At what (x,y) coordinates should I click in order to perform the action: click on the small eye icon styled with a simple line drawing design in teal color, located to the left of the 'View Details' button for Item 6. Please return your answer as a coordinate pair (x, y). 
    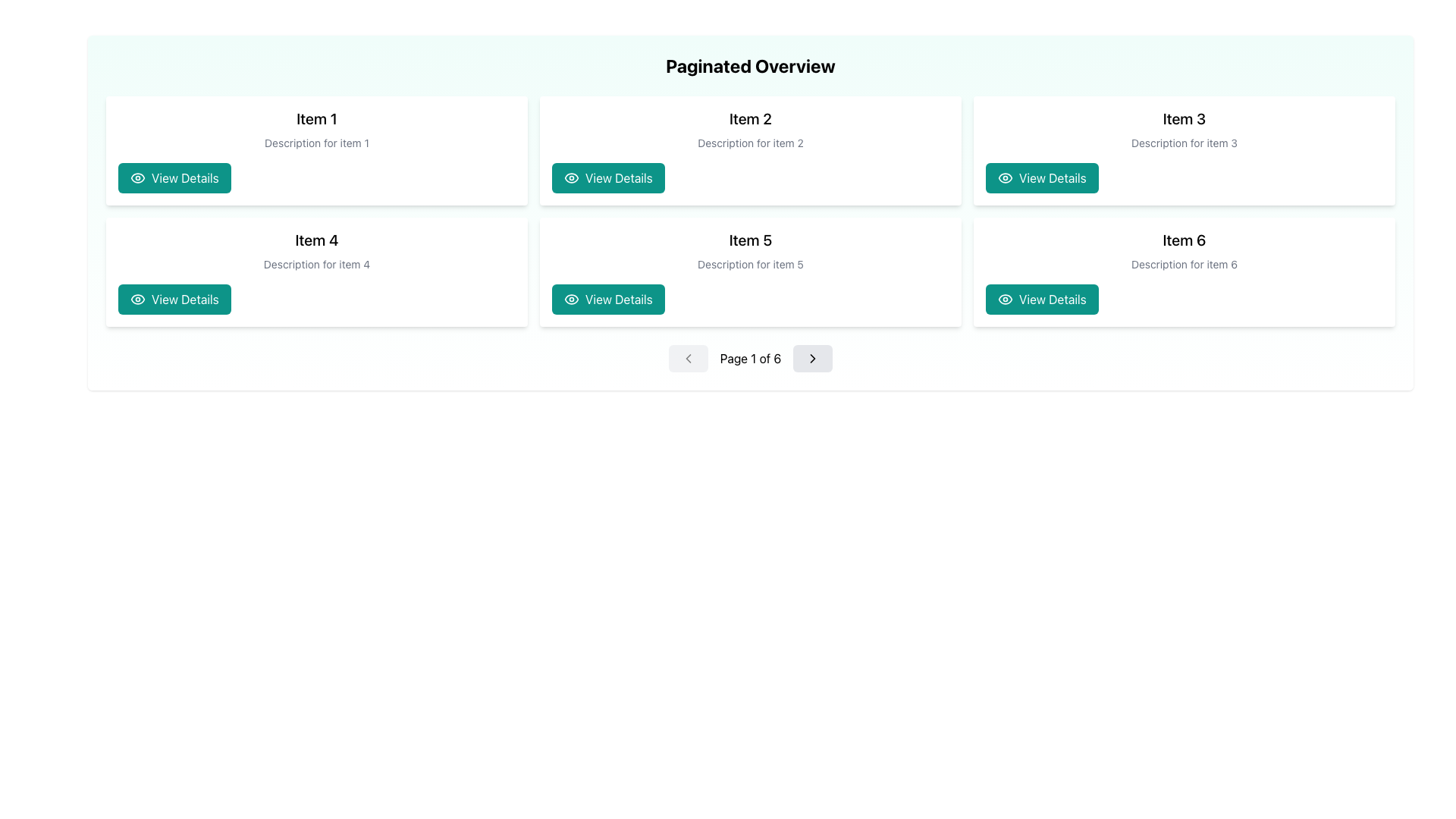
    Looking at the image, I should click on (1005, 299).